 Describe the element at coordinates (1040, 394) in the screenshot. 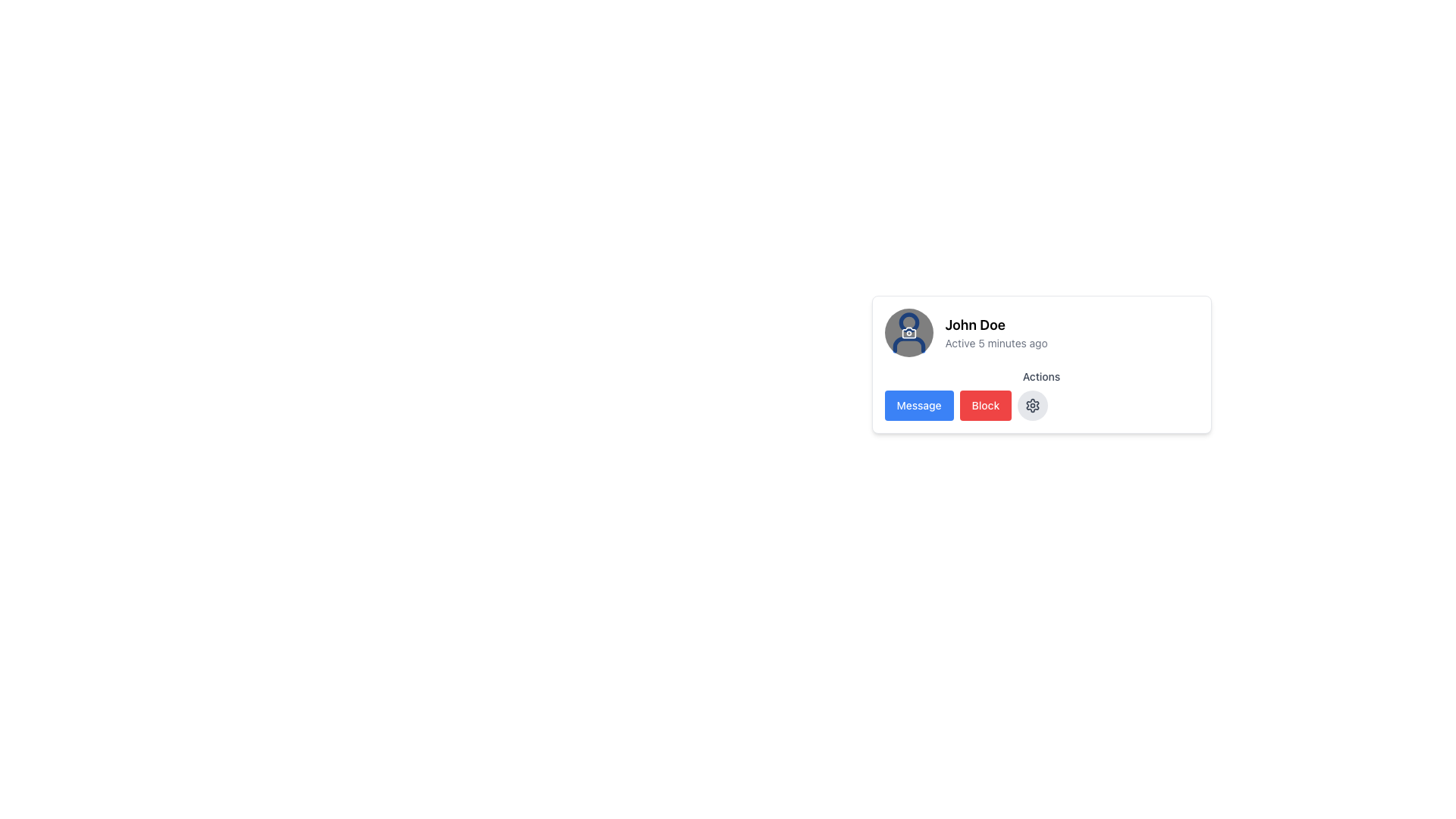

I see `the settings button located beneath the 'Actions' heading, positioned to the right of the blue 'Message' button and the red 'Block' button` at that location.